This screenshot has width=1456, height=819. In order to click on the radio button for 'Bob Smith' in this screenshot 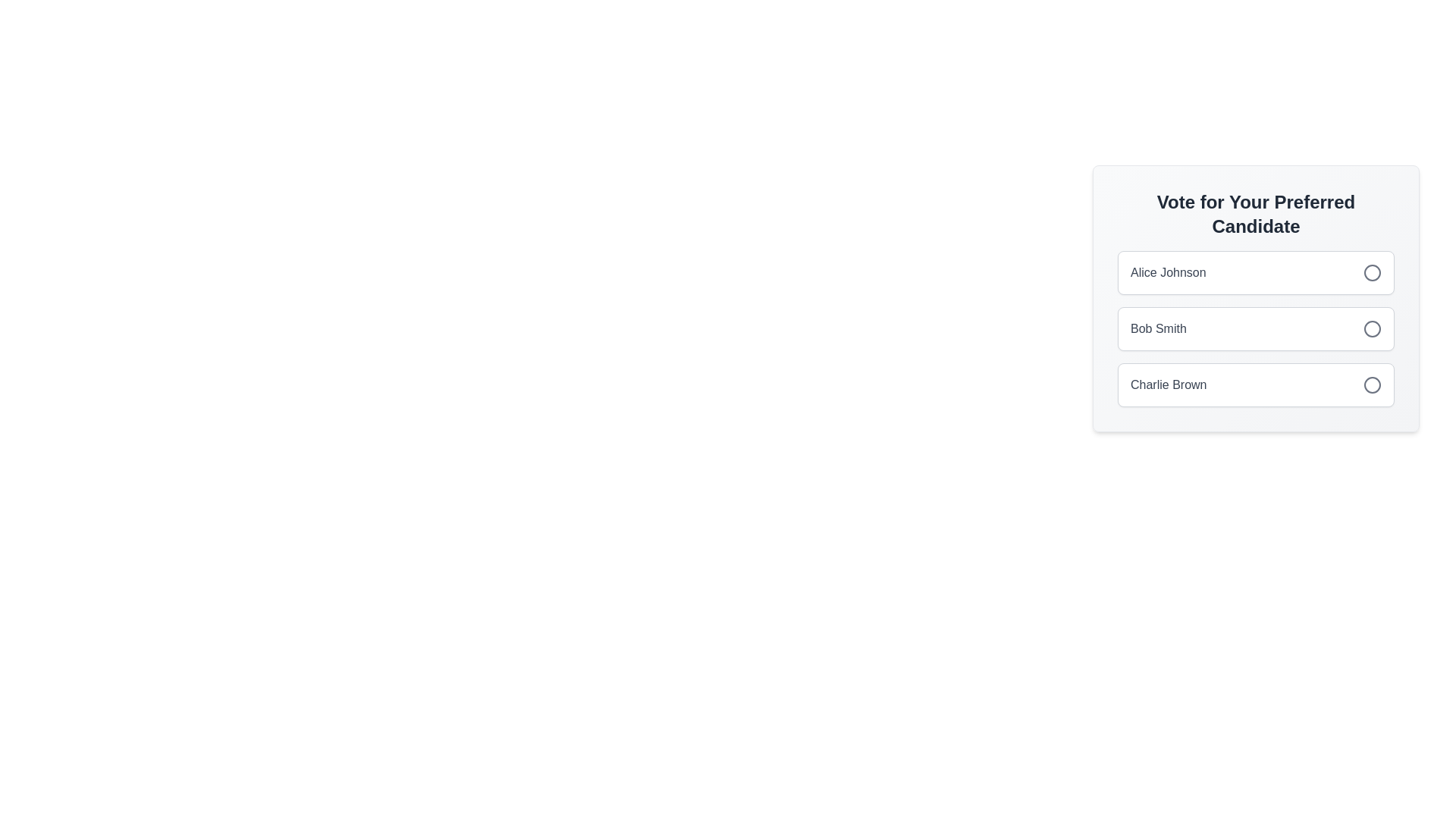, I will do `click(1372, 328)`.